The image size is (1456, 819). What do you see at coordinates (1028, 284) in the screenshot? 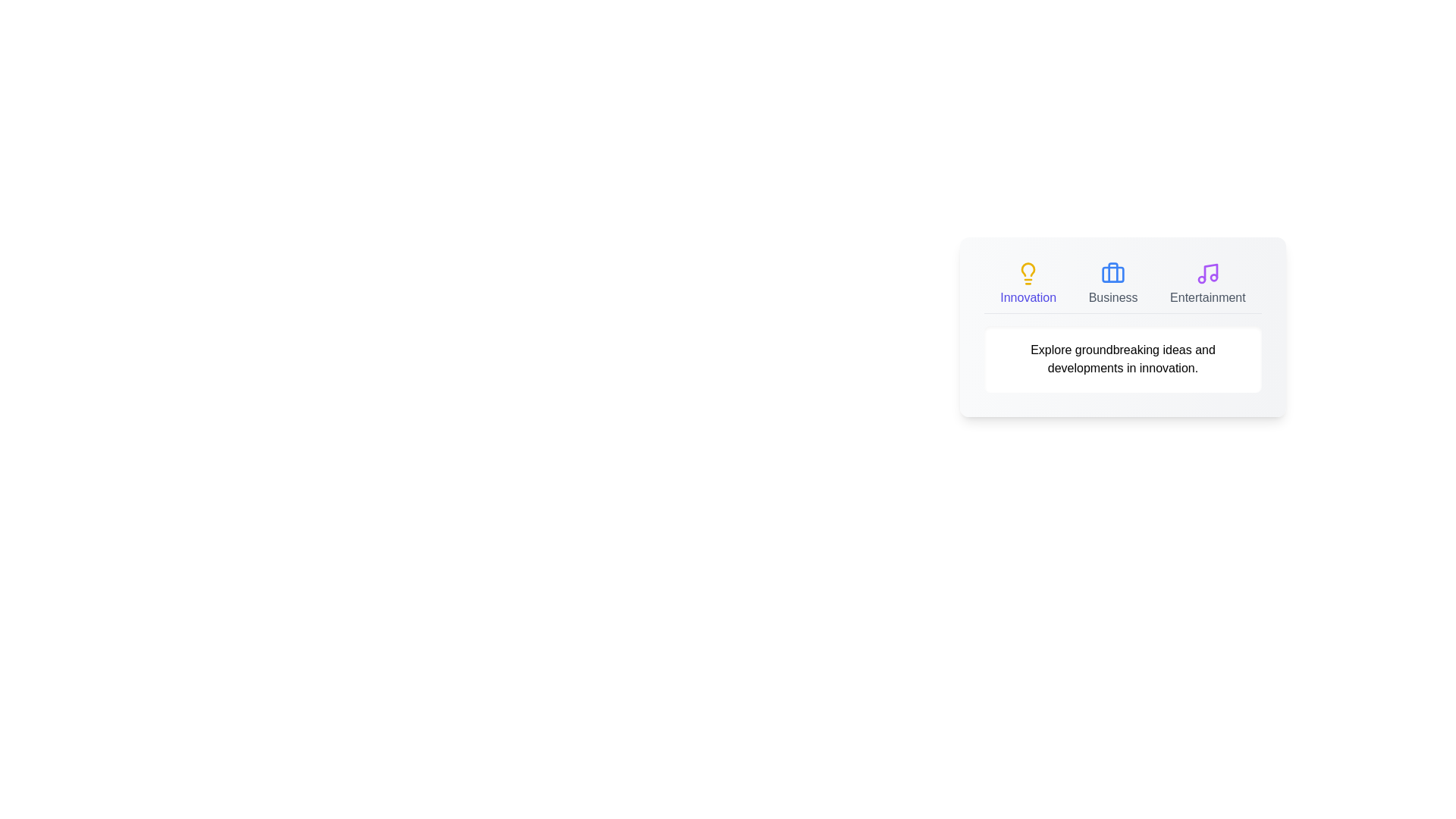
I see `the tab button corresponding to Innovation` at bounding box center [1028, 284].